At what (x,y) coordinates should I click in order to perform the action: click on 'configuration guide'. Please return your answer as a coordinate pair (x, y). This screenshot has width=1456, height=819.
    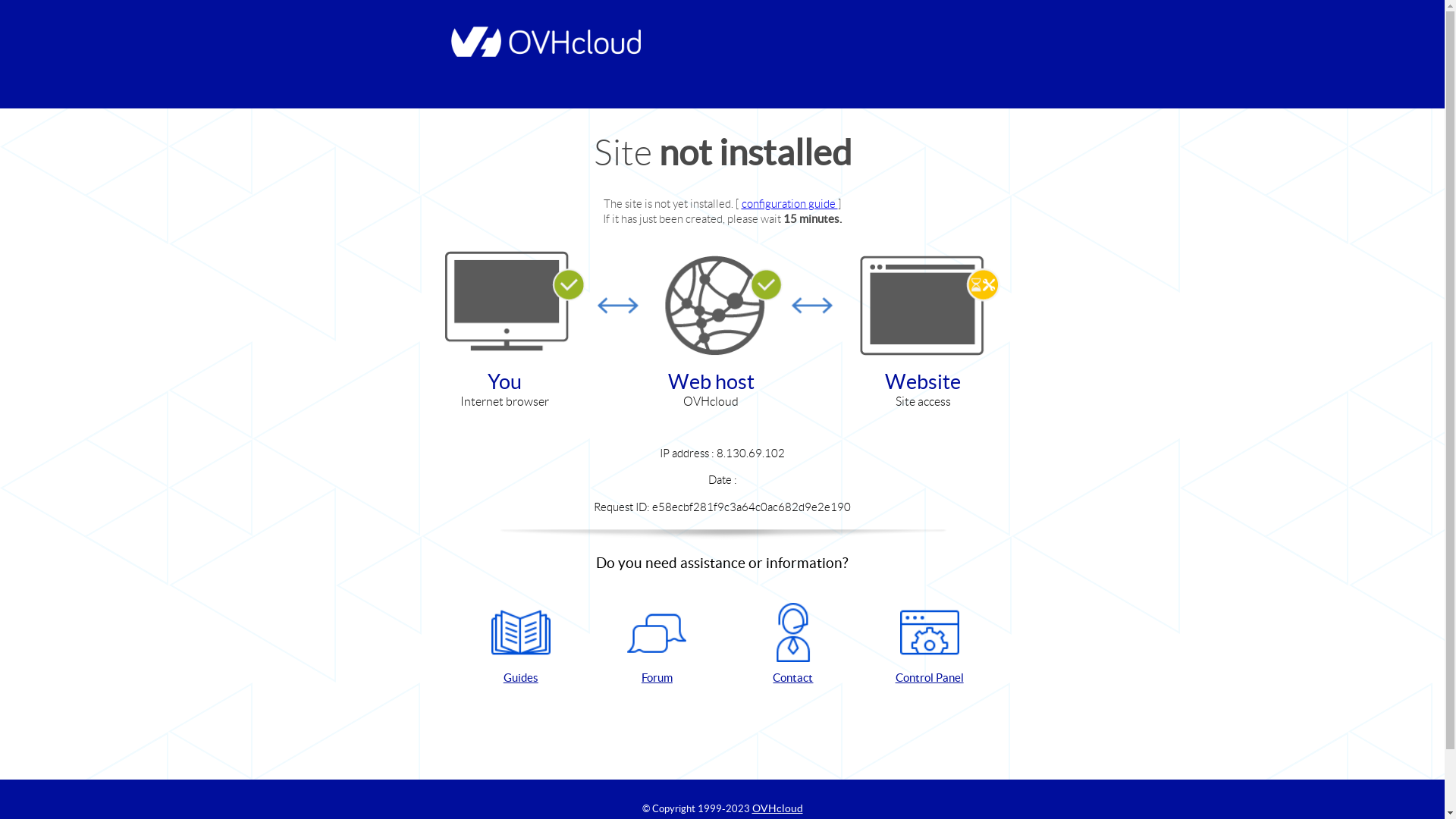
    Looking at the image, I should click on (789, 202).